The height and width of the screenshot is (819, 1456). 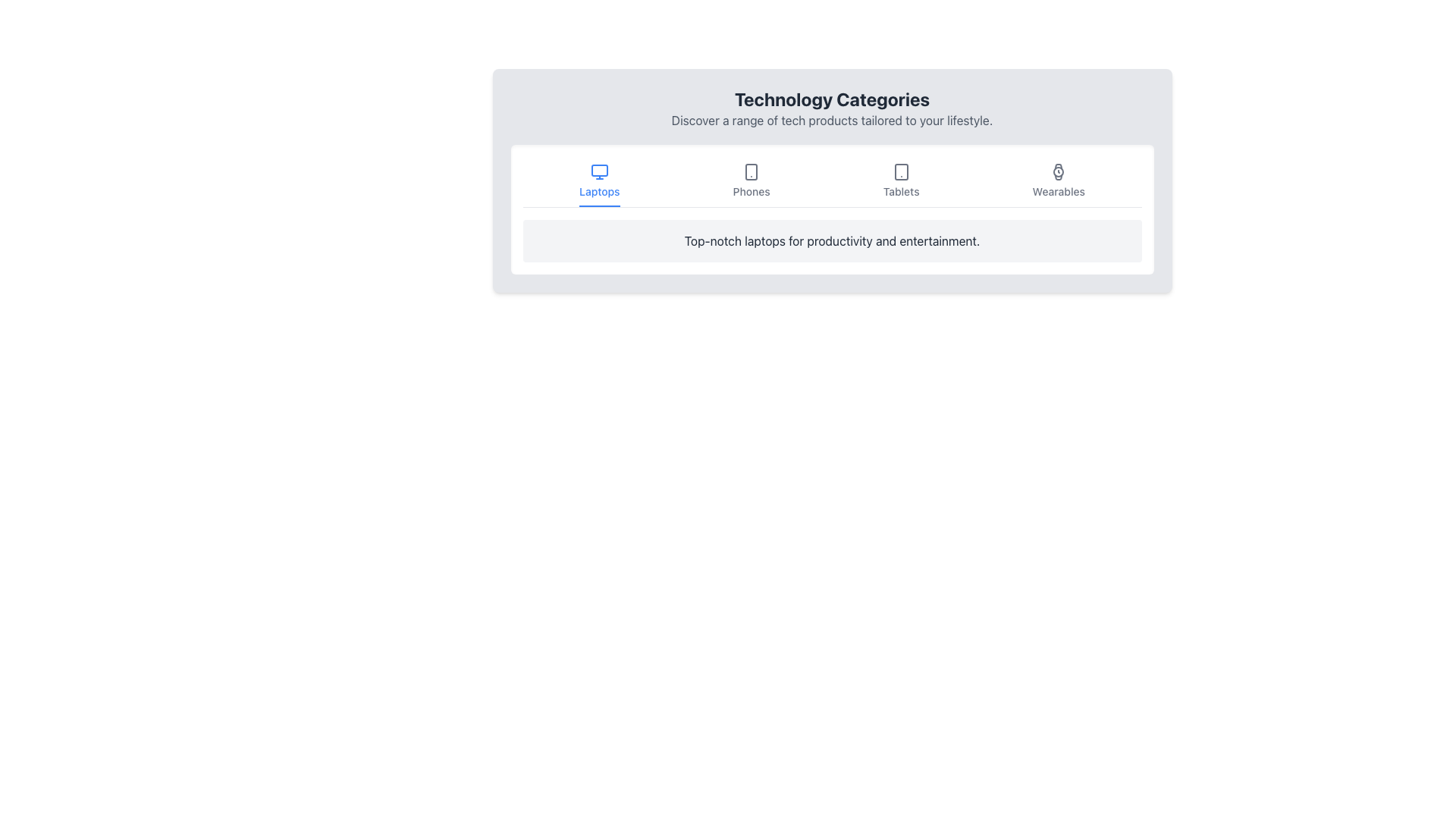 What do you see at coordinates (752, 191) in the screenshot?
I see `to select the 'Phones' category from the horizontal menu, which is the second item from the left, displayed in a small and bold font beneath a smartphone icon` at bounding box center [752, 191].